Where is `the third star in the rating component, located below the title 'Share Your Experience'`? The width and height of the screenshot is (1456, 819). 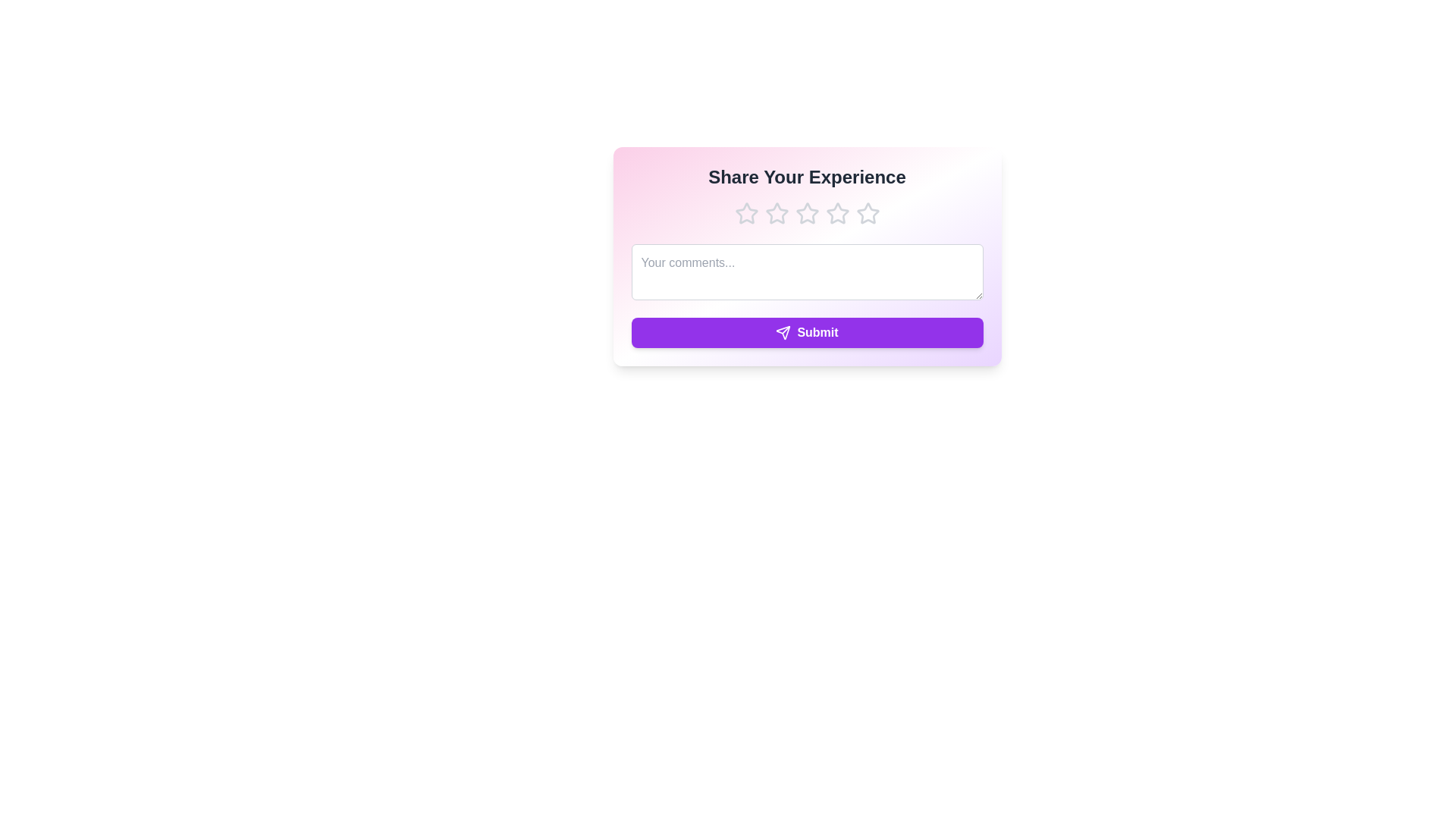 the third star in the rating component, located below the title 'Share Your Experience' is located at coordinates (806, 213).